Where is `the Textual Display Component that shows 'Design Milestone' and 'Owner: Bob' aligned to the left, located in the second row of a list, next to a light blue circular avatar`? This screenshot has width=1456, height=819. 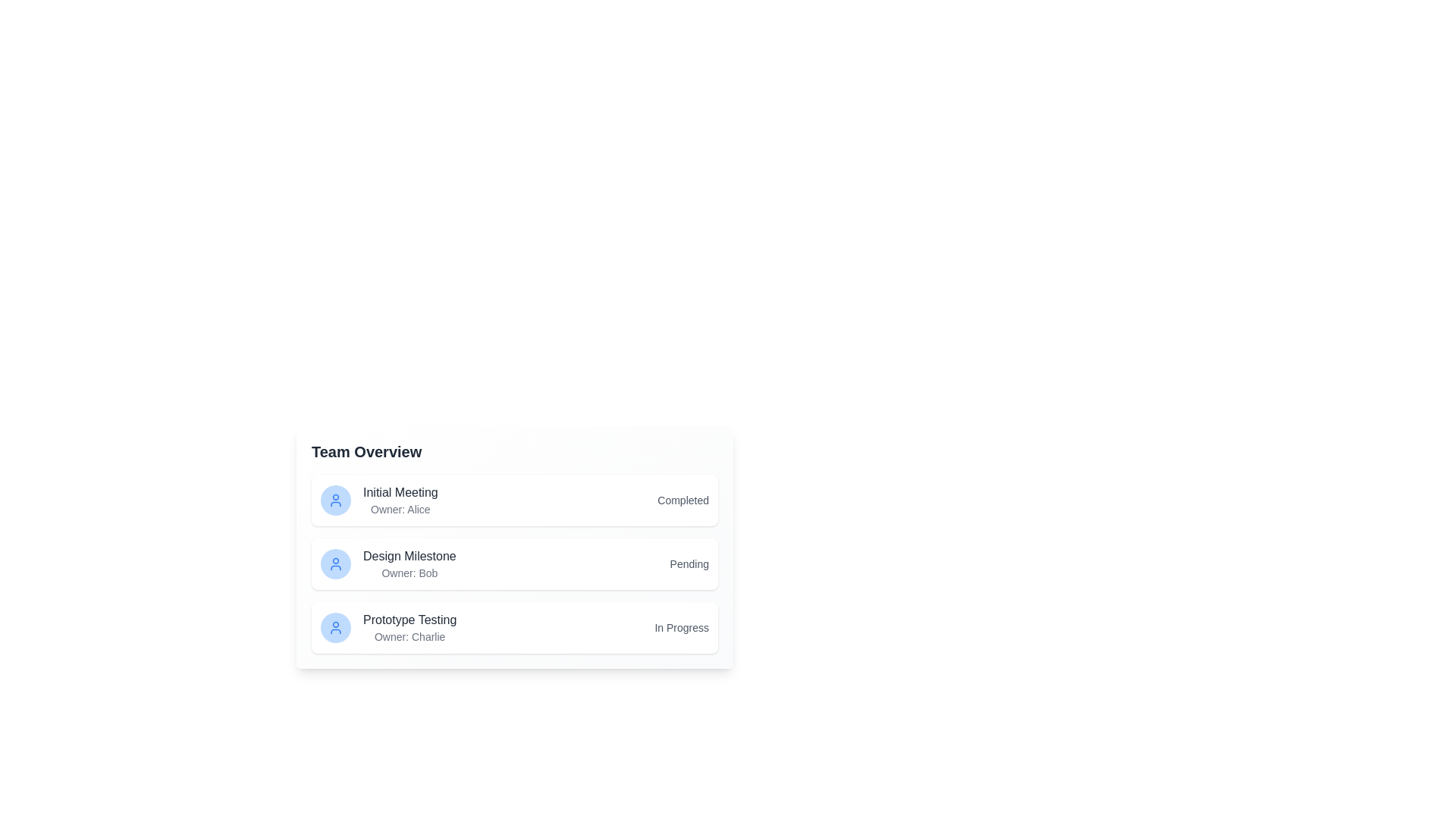 the Textual Display Component that shows 'Design Milestone' and 'Owner: Bob' aligned to the left, located in the second row of a list, next to a light blue circular avatar is located at coordinates (409, 564).